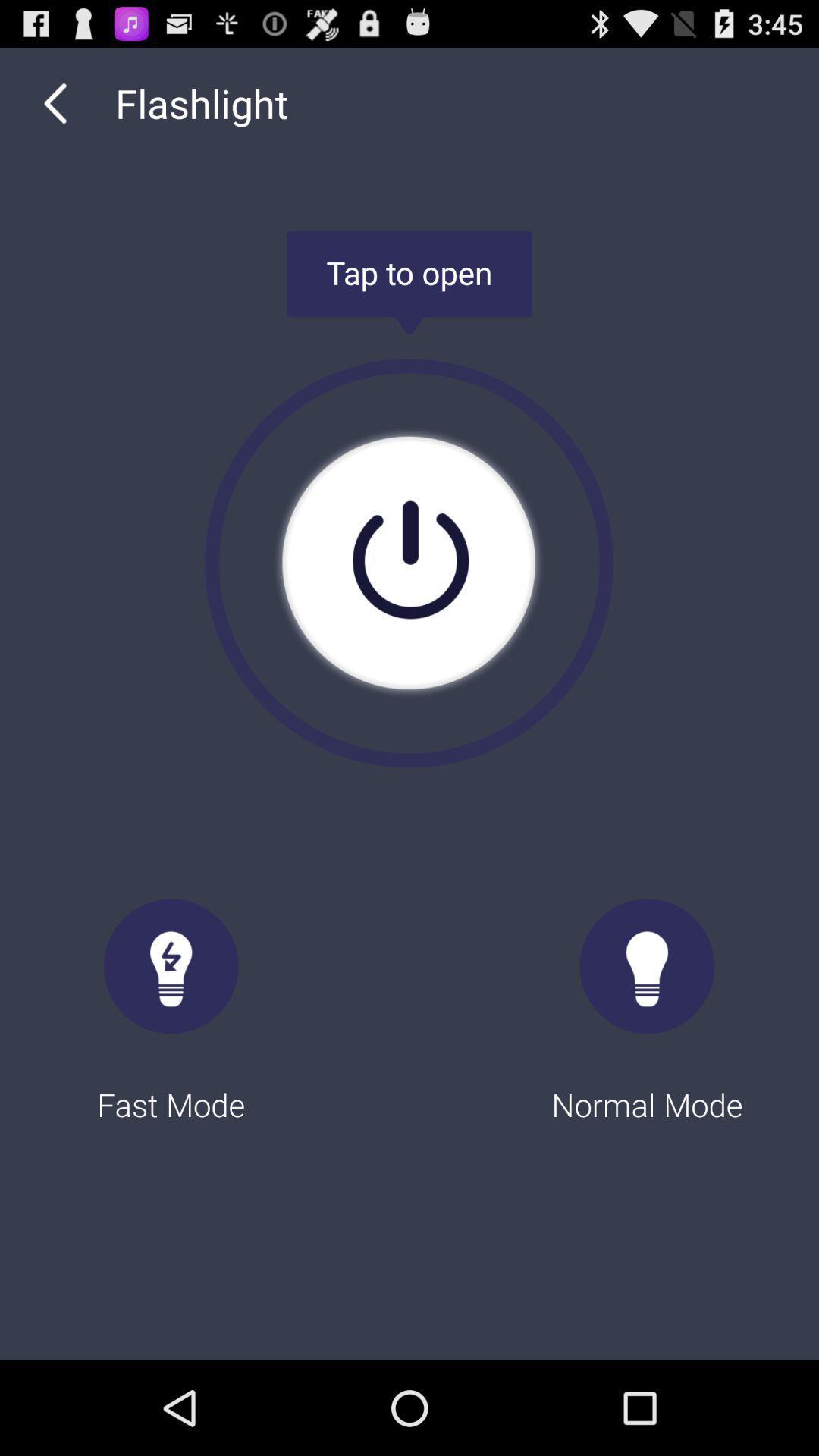 The height and width of the screenshot is (1456, 819). I want to click on the icon to the left of the flashlight item, so click(55, 102).